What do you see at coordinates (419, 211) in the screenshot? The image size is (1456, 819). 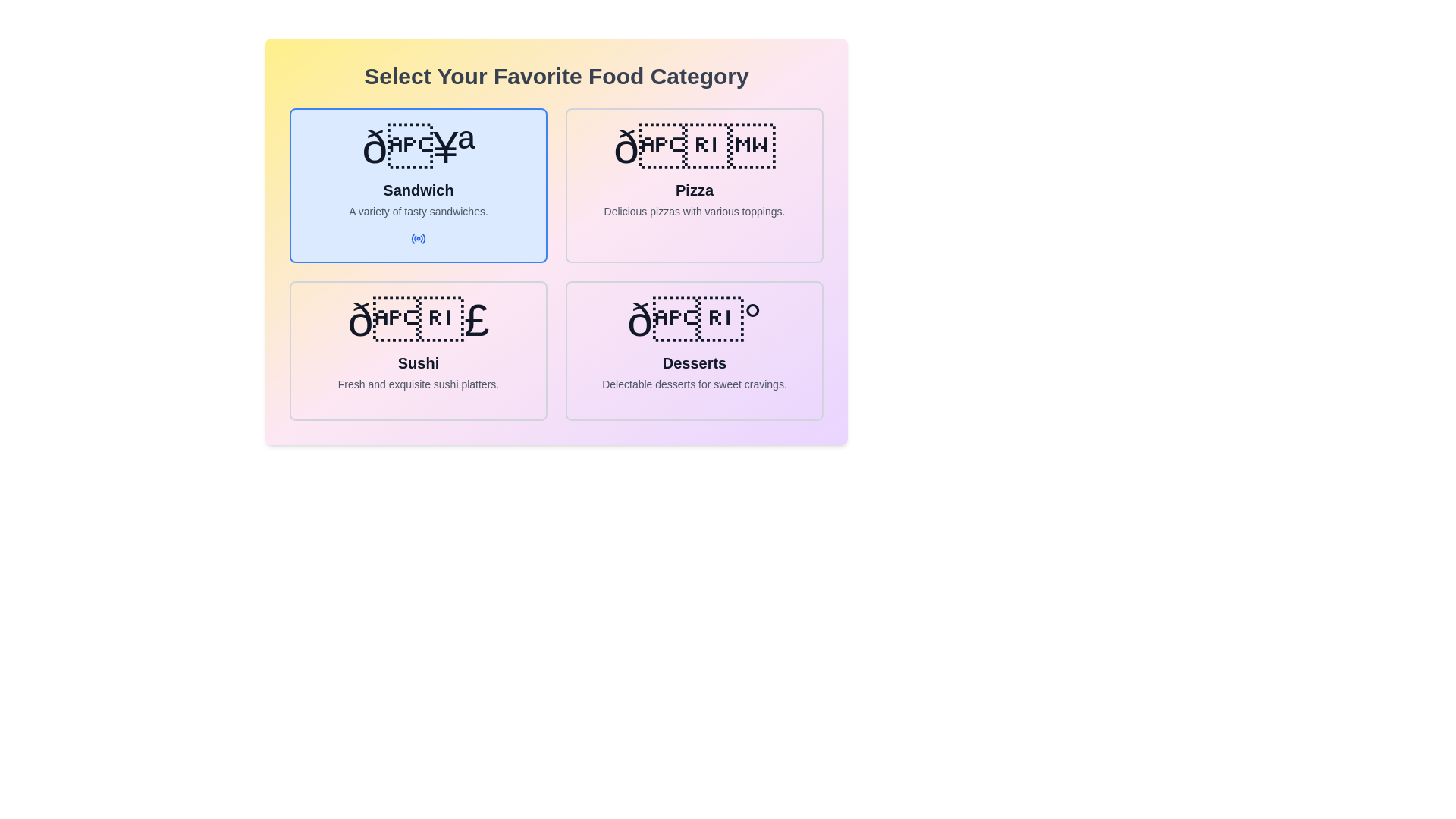 I see `the descriptive text label located below the 'Sandwich' category in the top-left card of the grid interface` at bounding box center [419, 211].